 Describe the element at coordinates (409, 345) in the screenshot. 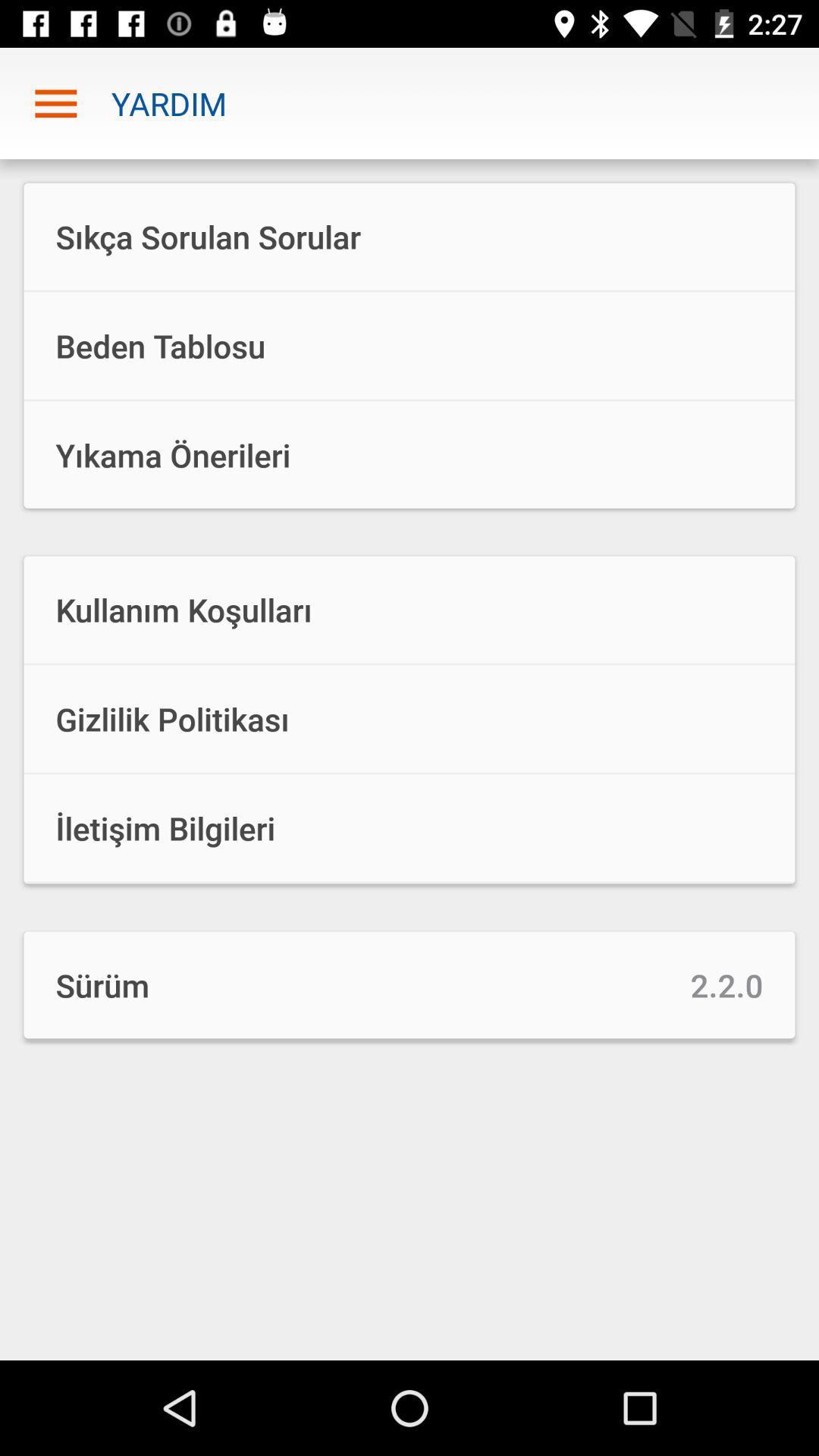

I see `the beden tablosu item` at that location.